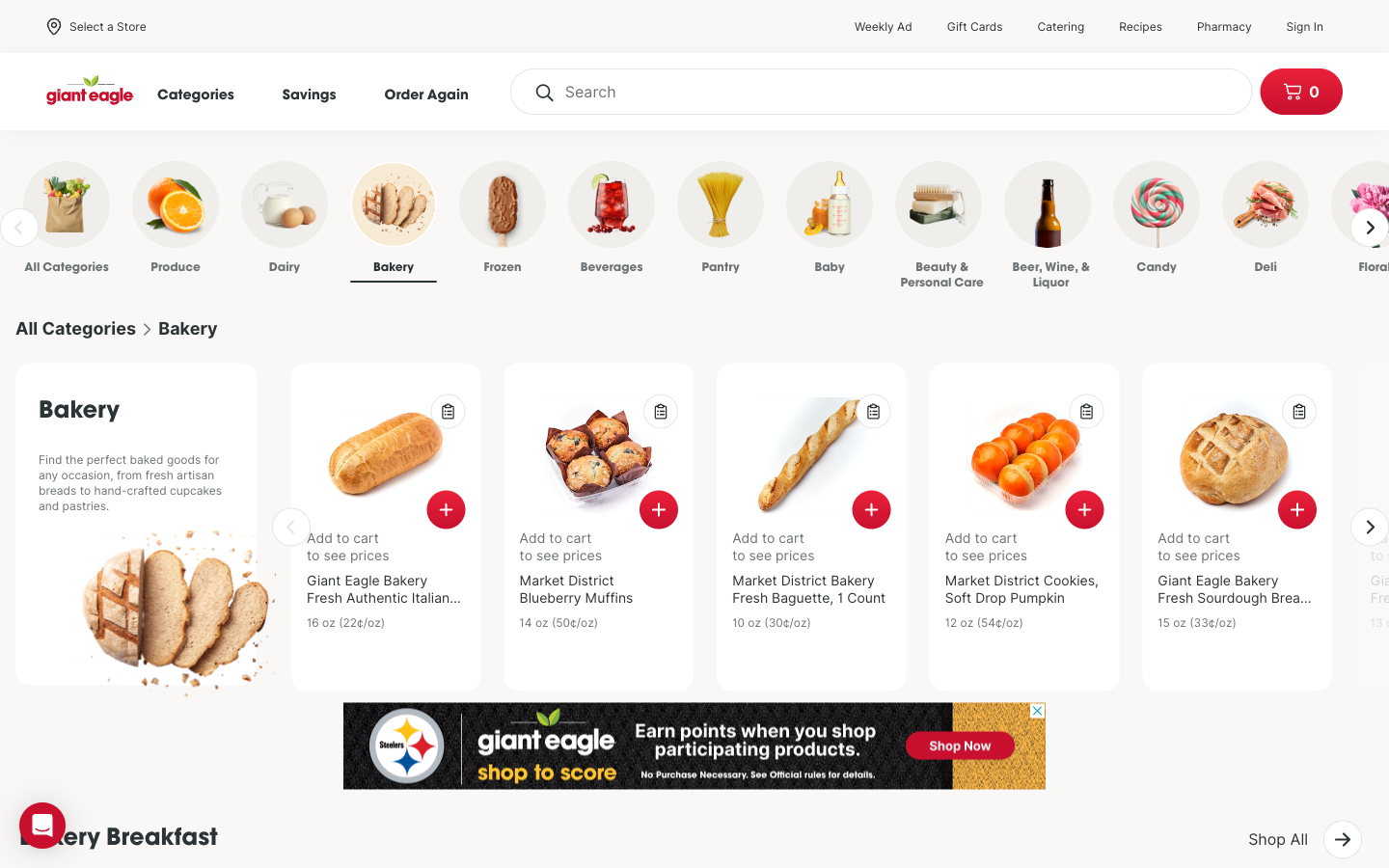 Image resolution: width=1389 pixels, height=868 pixels. Describe the element at coordinates (1299, 91) in the screenshot. I see `Verify the products in the shopping cart` at that location.